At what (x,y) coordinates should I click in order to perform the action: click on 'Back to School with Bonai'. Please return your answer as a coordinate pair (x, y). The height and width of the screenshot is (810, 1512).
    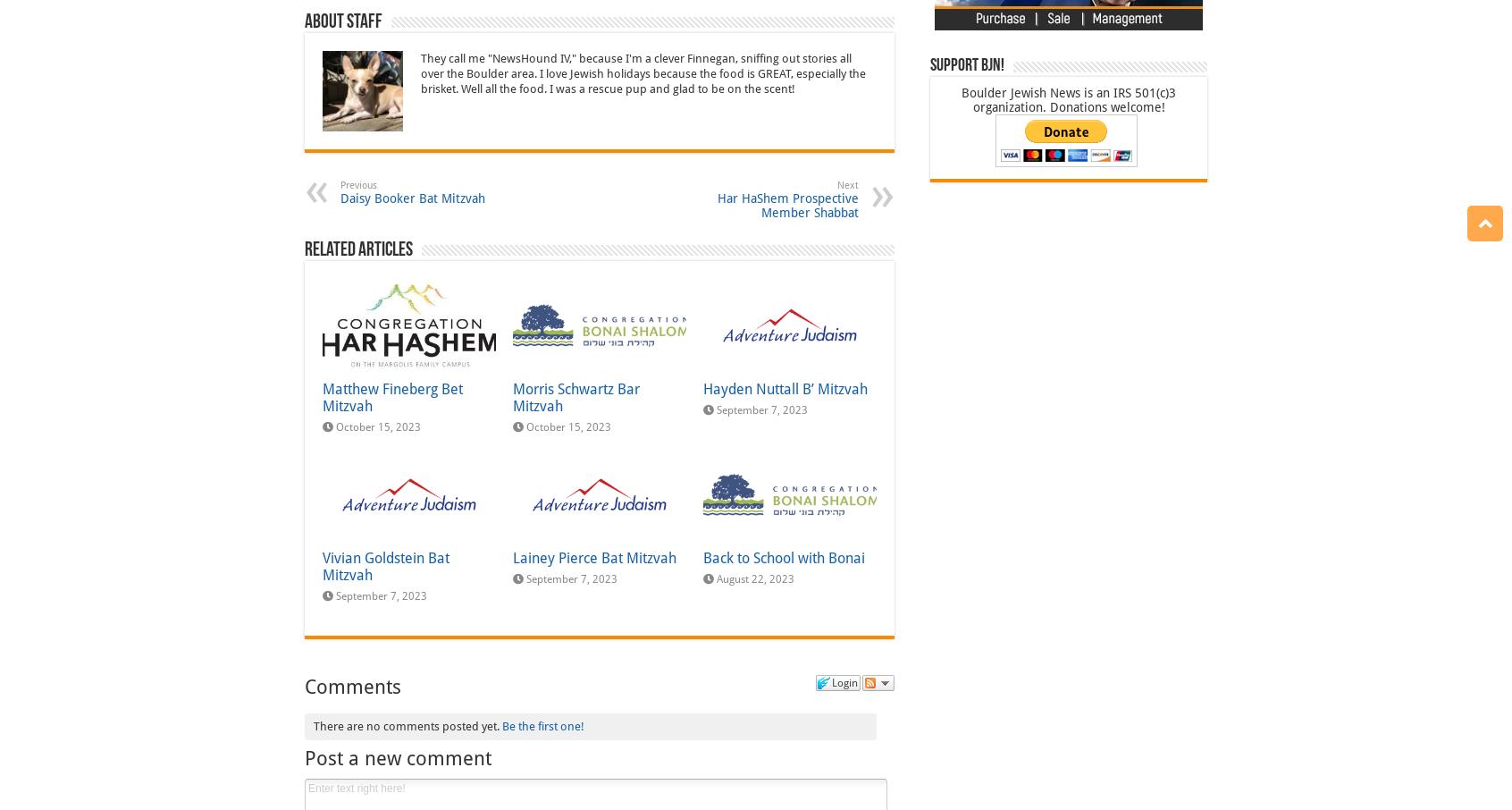
    Looking at the image, I should click on (782, 557).